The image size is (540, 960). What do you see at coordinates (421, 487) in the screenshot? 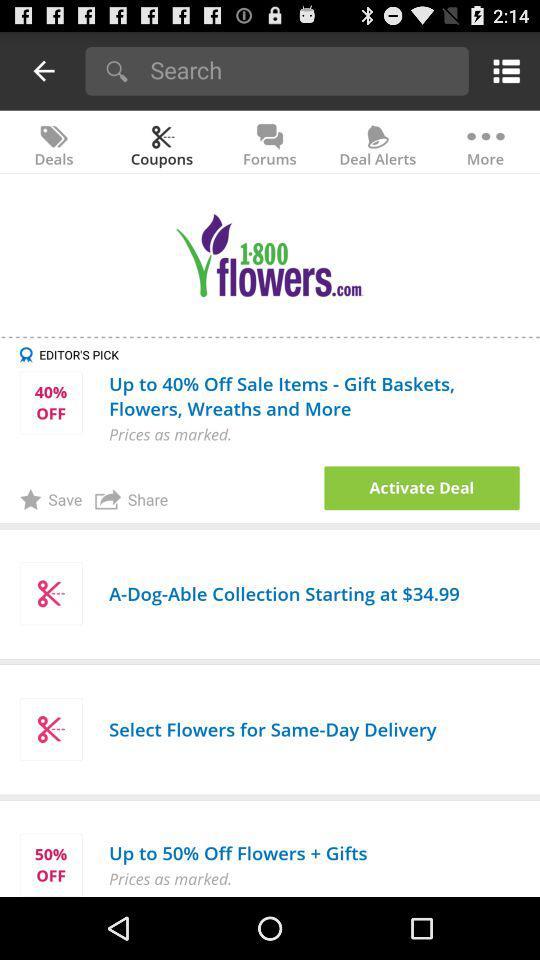
I see `open the deal option` at bounding box center [421, 487].